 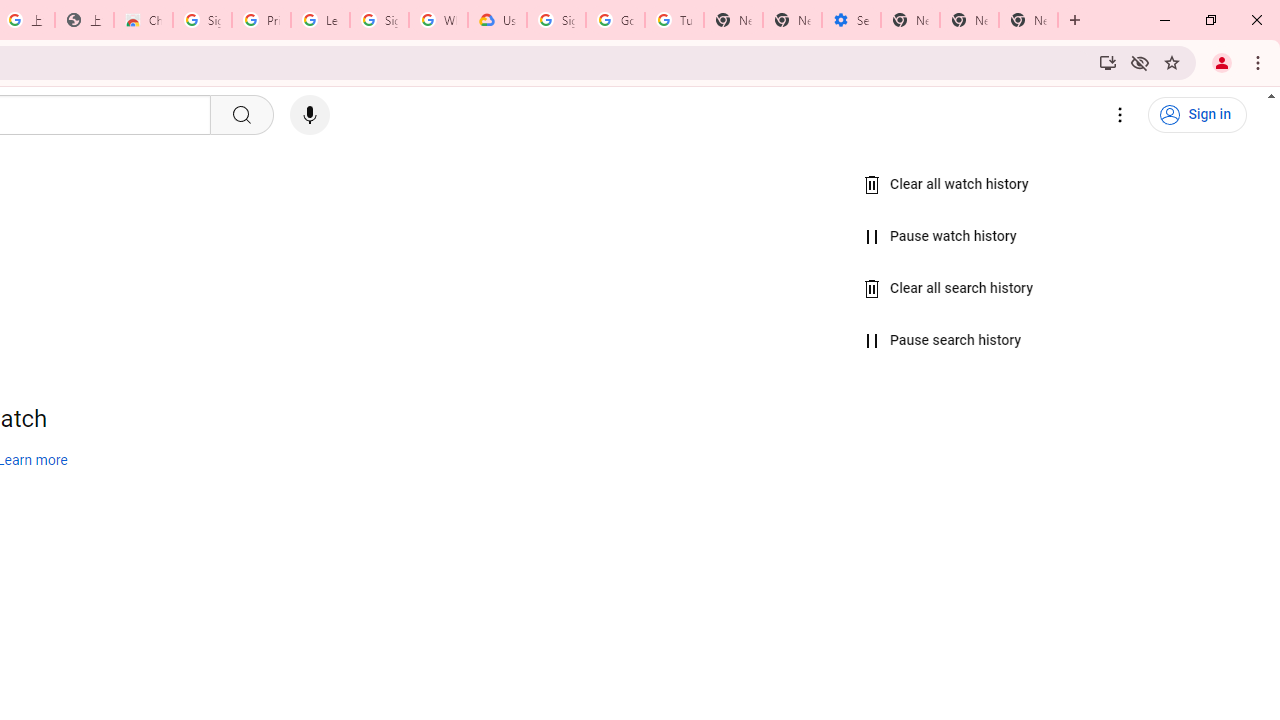 I want to click on 'Turn cookies on or off - Computer - Google Account Help', so click(x=674, y=20).